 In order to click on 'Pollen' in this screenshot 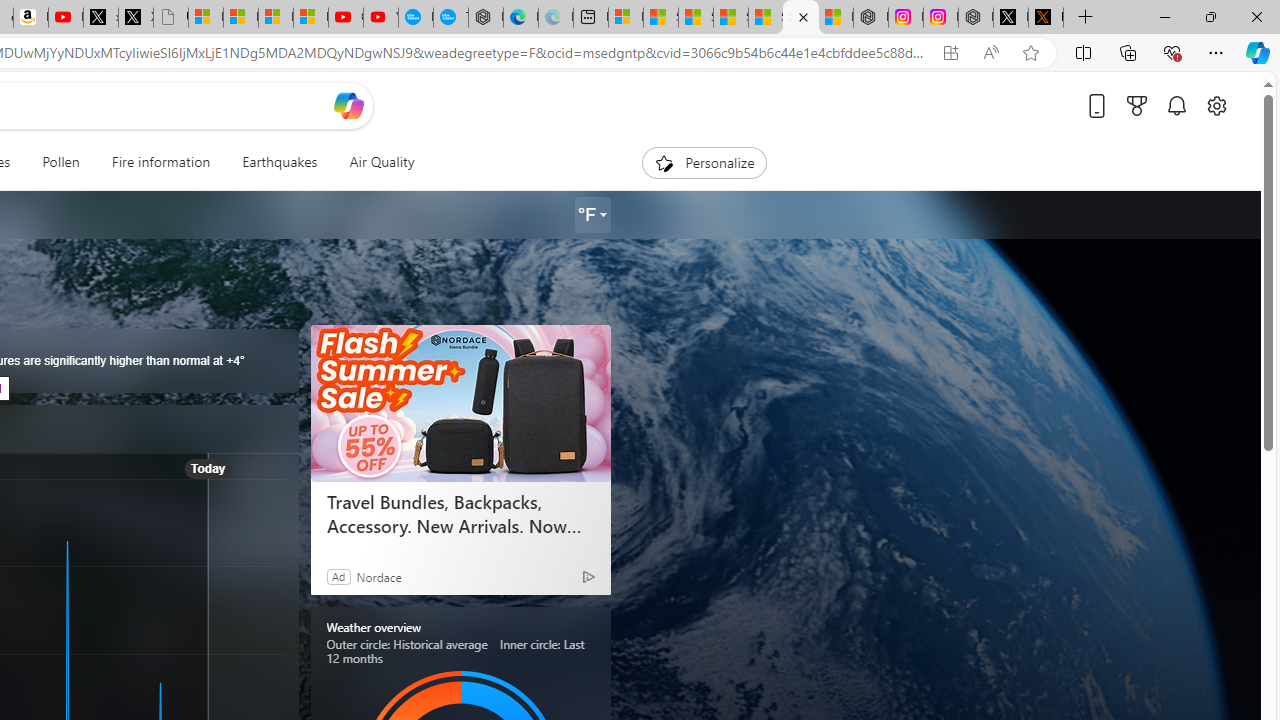, I will do `click(60, 162)`.